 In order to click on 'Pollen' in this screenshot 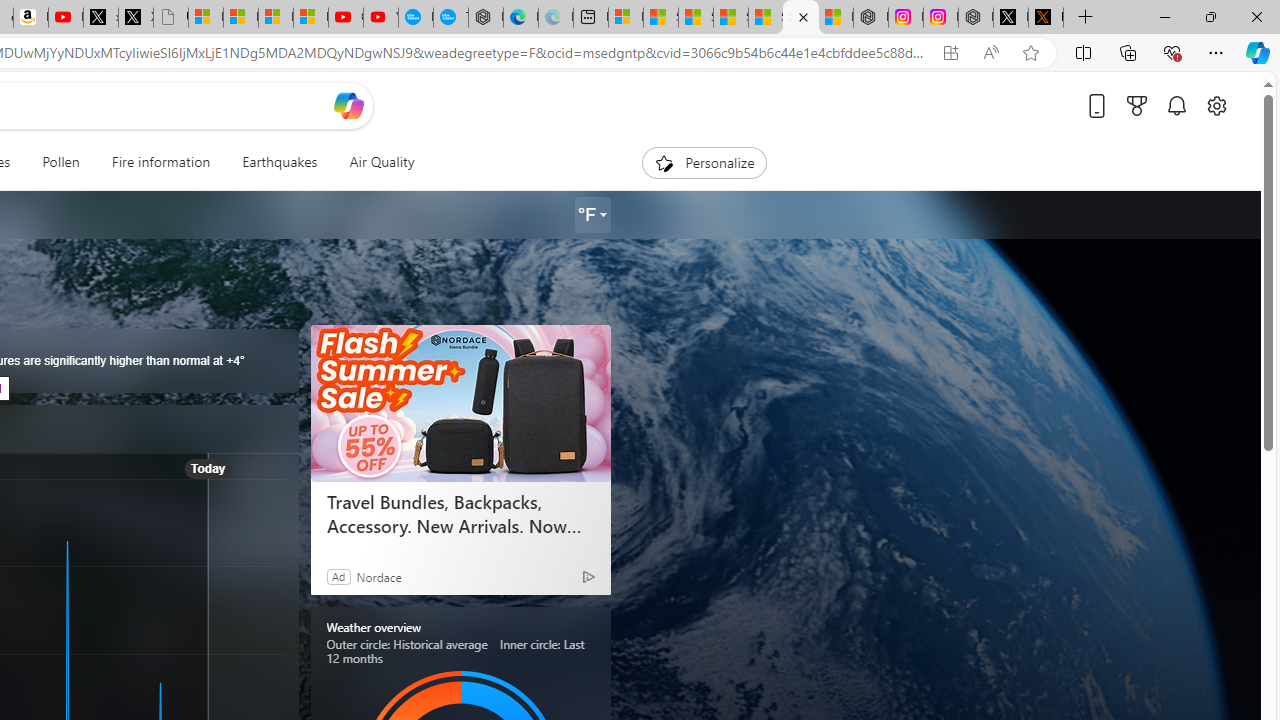, I will do `click(60, 162)`.